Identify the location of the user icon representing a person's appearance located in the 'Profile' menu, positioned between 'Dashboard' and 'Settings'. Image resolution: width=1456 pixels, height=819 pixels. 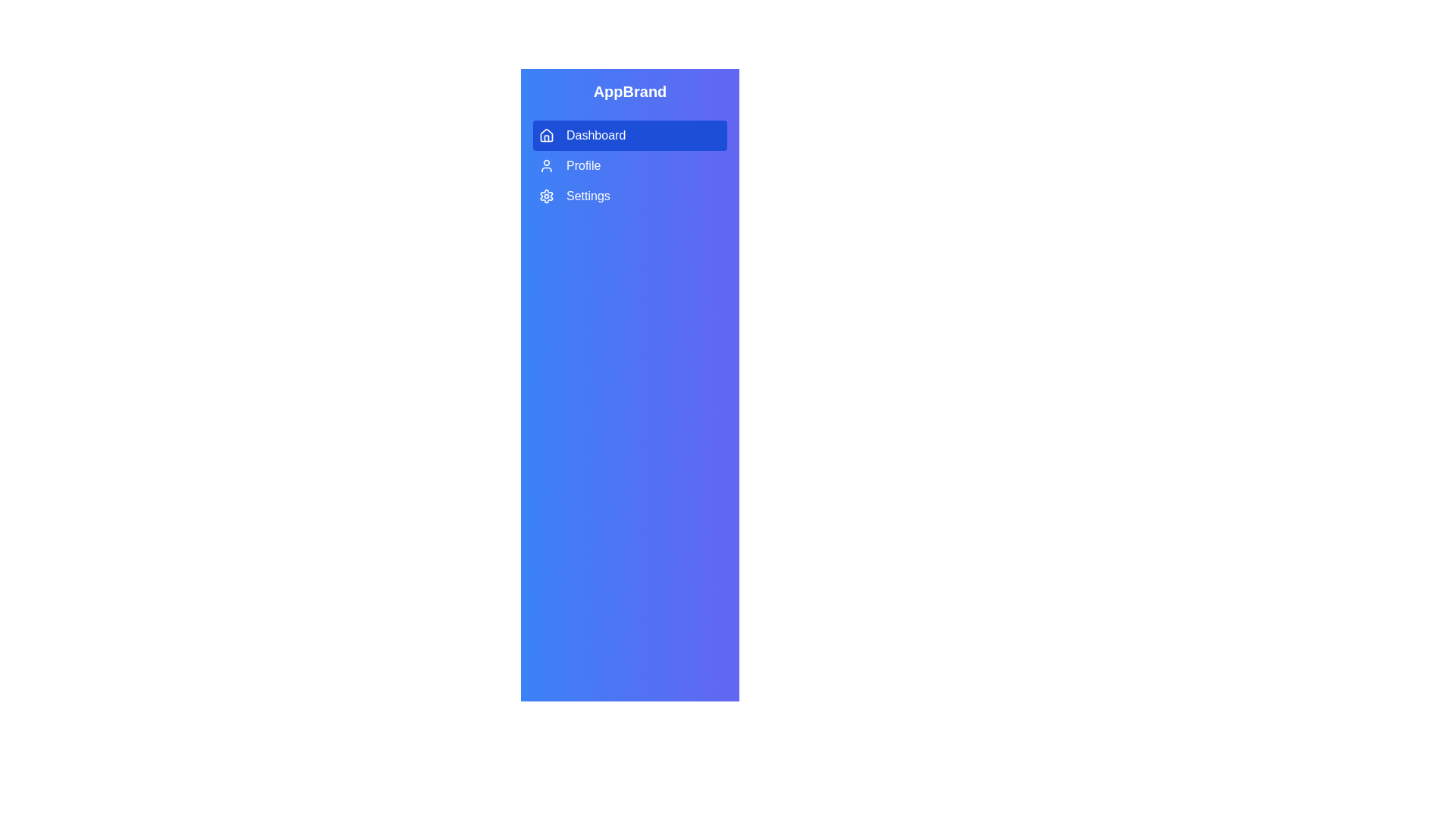
(546, 166).